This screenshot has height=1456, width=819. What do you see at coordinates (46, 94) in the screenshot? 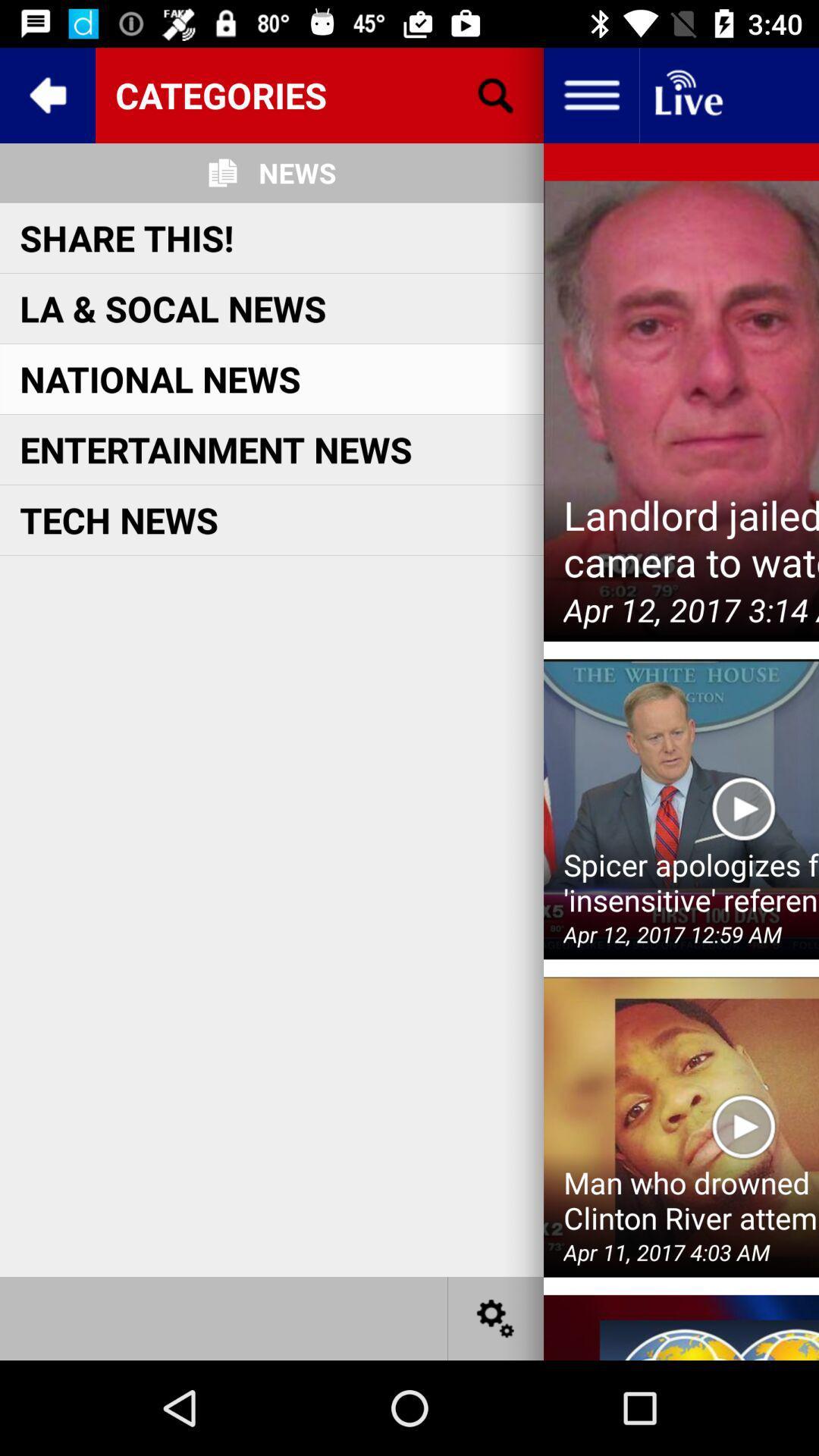
I see `the arrow_backward icon` at bounding box center [46, 94].